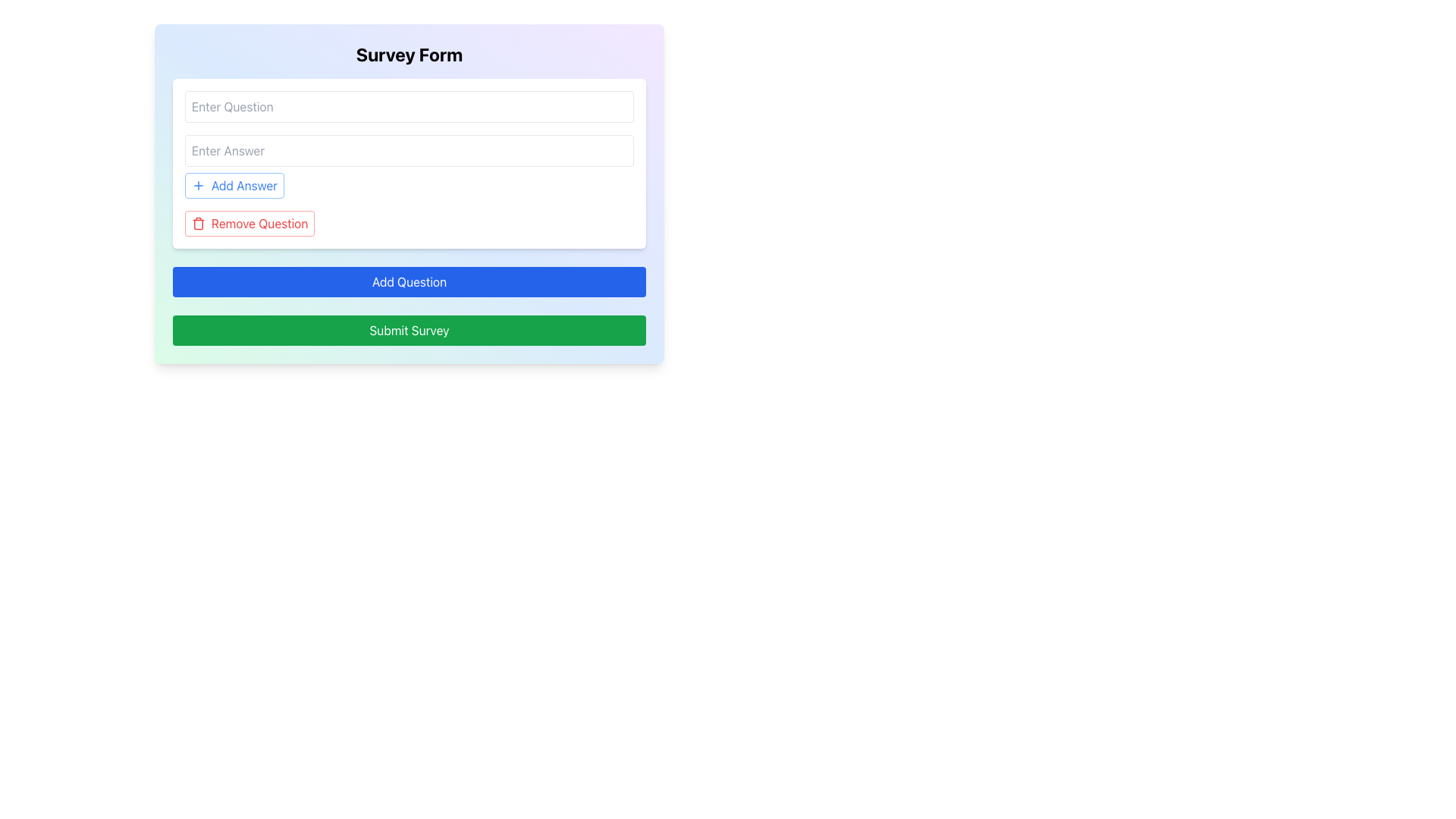 The width and height of the screenshot is (1456, 819). I want to click on the small trash can icon with red strokes located to the left of the 'Remove Question' text, so click(198, 223).